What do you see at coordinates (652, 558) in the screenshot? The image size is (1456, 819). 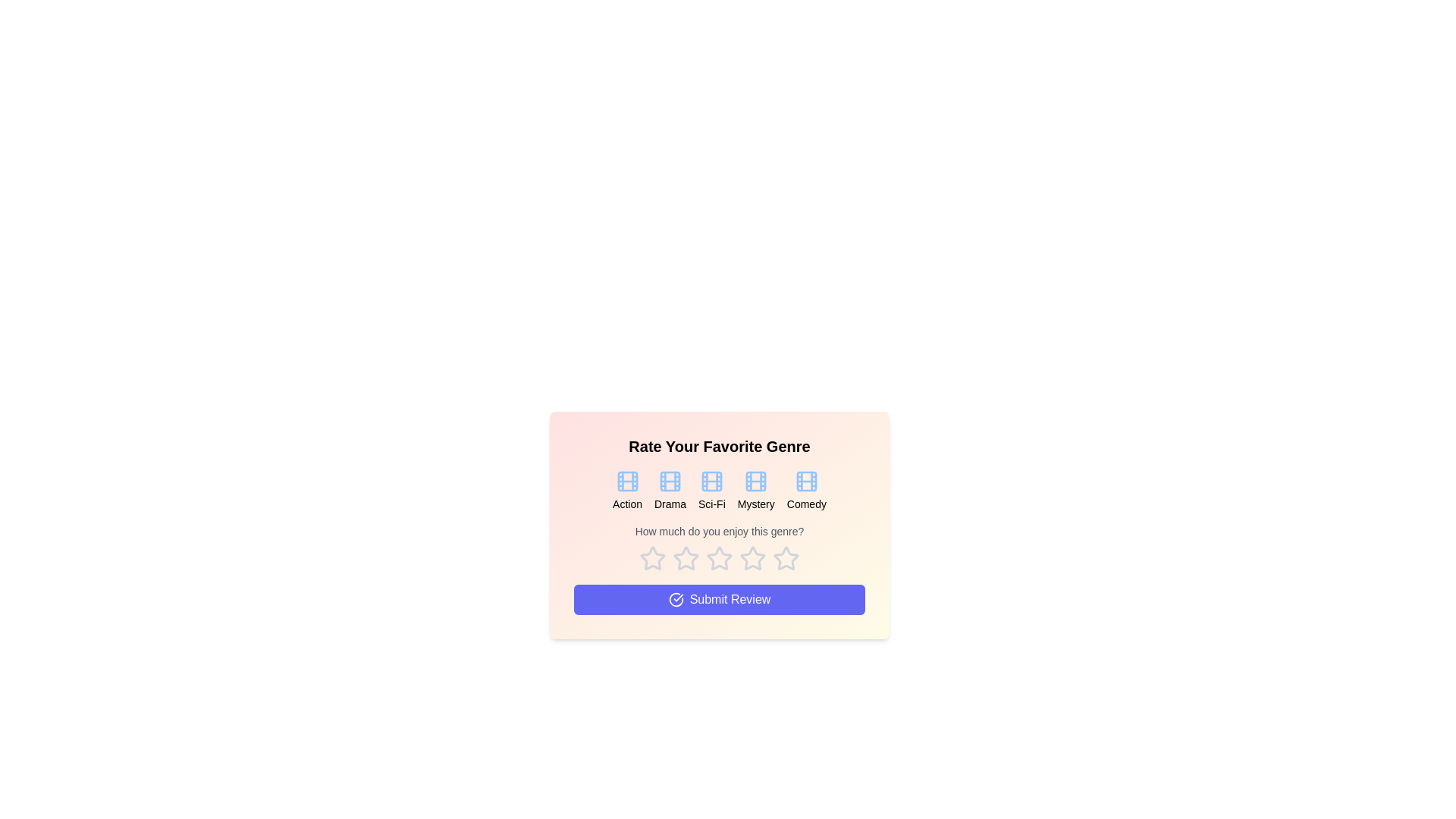 I see `the star corresponding to 1 stars to preview the rating` at bounding box center [652, 558].